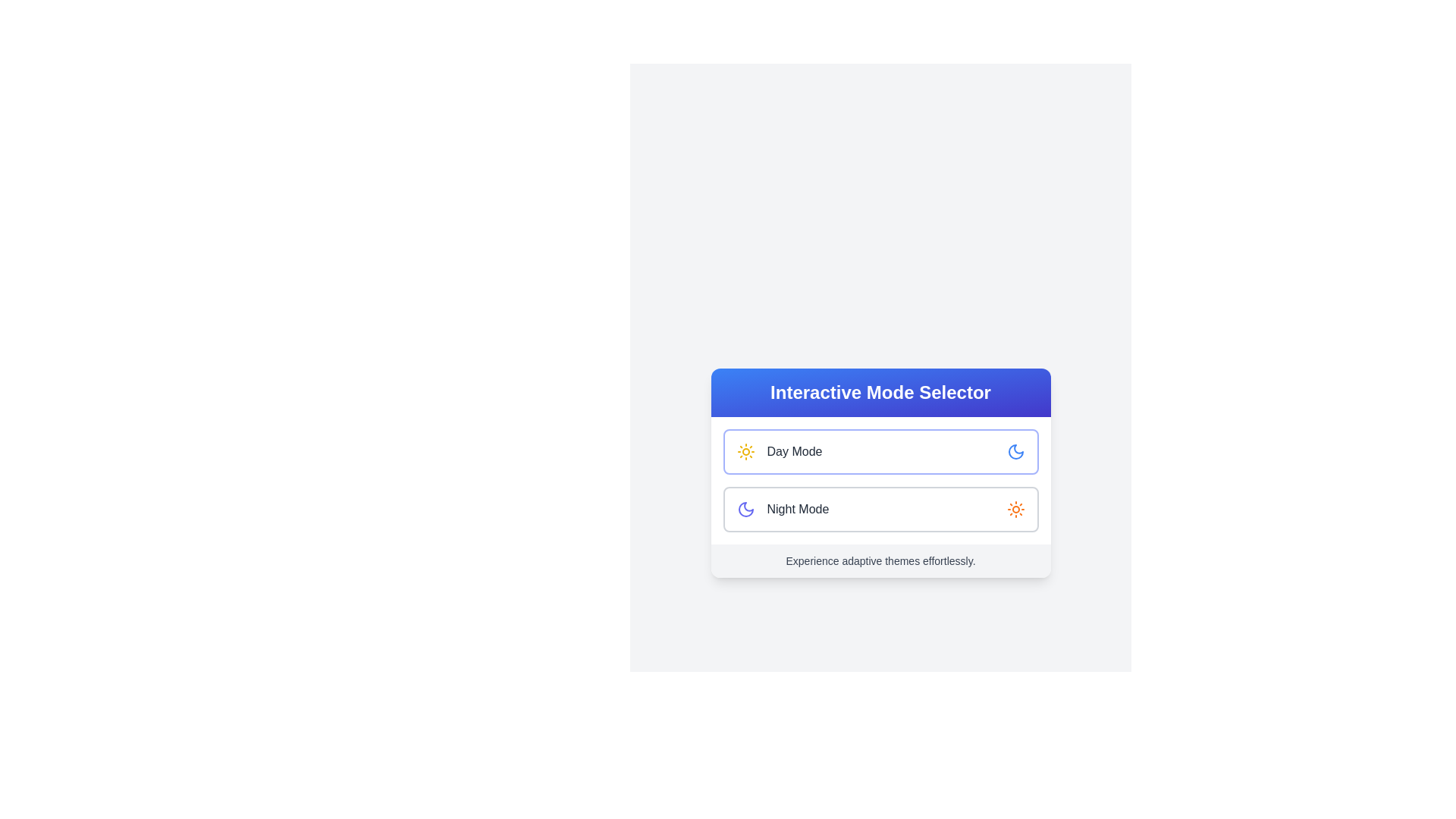  What do you see at coordinates (880, 509) in the screenshot?
I see `the mode option Night Mode to see the hover effect` at bounding box center [880, 509].